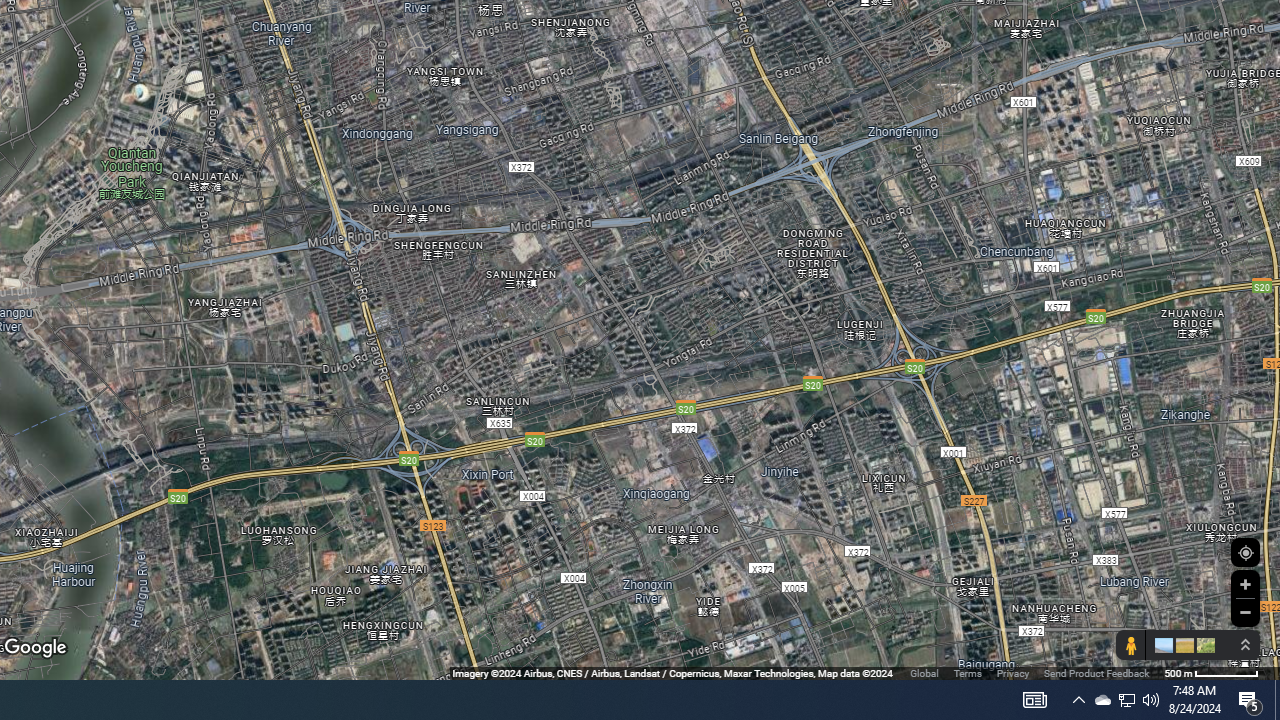  What do you see at coordinates (1202, 645) in the screenshot?
I see `'Show imagery'` at bounding box center [1202, 645].